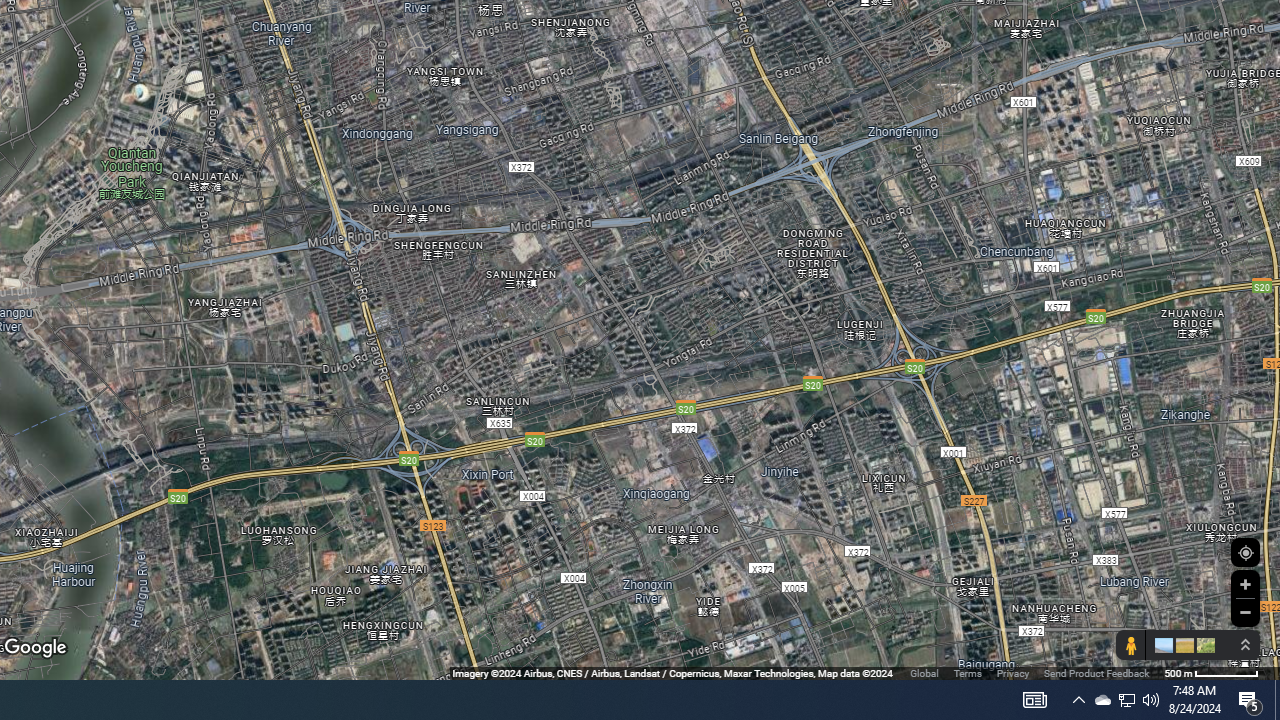  What do you see at coordinates (1202, 645) in the screenshot?
I see `'Show imagery'` at bounding box center [1202, 645].